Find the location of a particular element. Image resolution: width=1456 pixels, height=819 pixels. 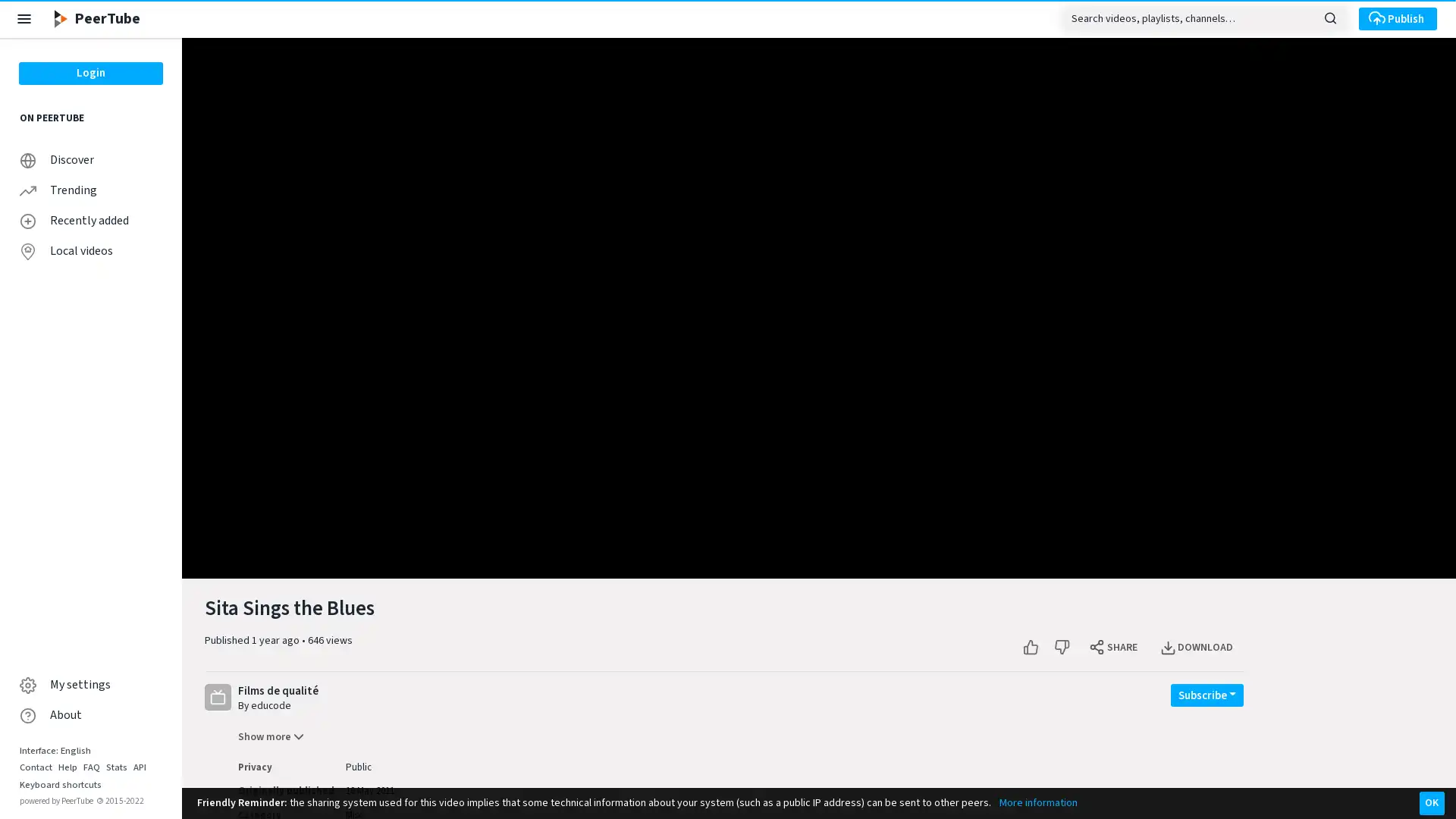

Like this video is located at coordinates (1031, 647).